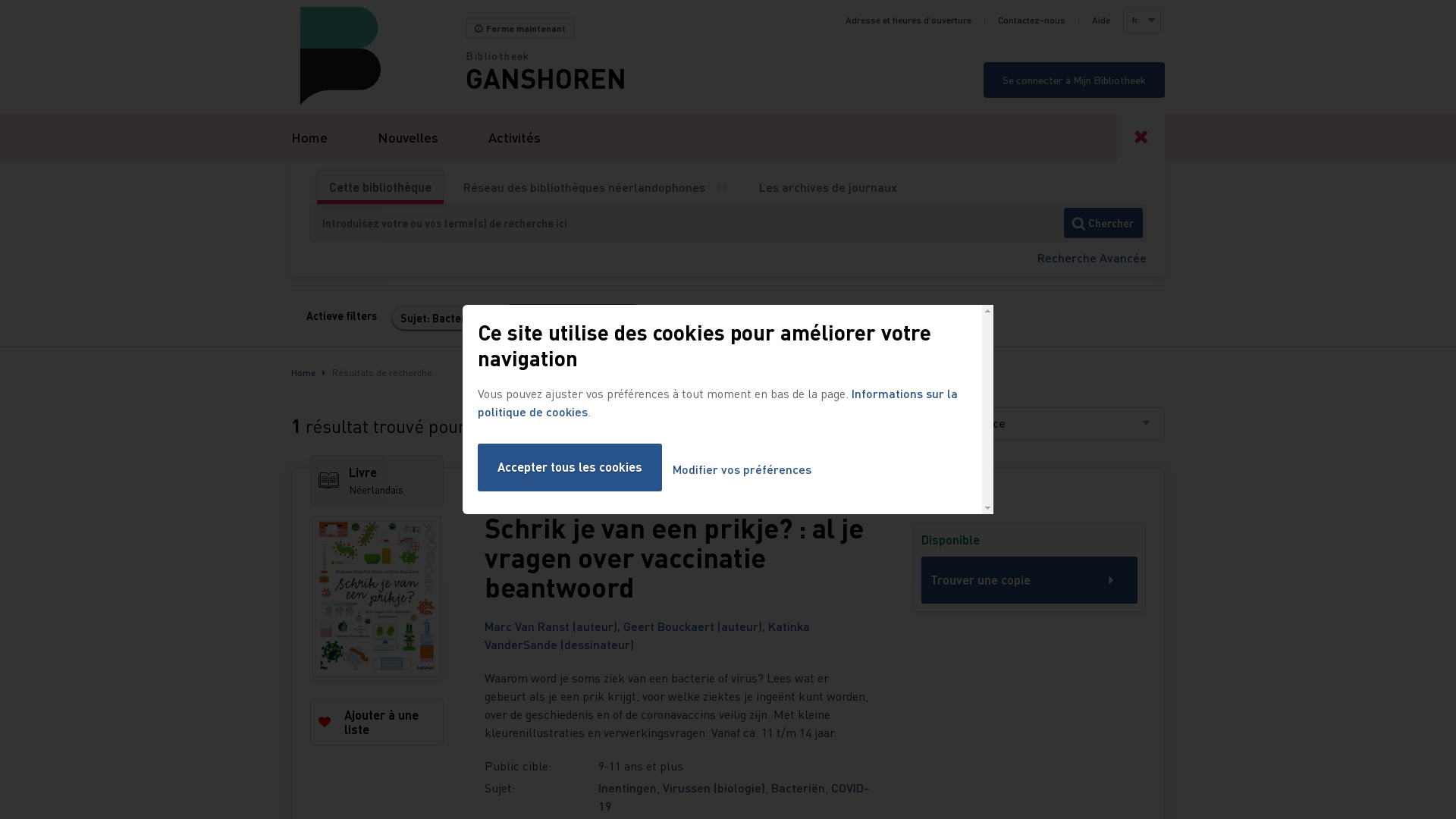  Describe the element at coordinates (935, 423) in the screenshot. I see `'Pertinence'` at that location.